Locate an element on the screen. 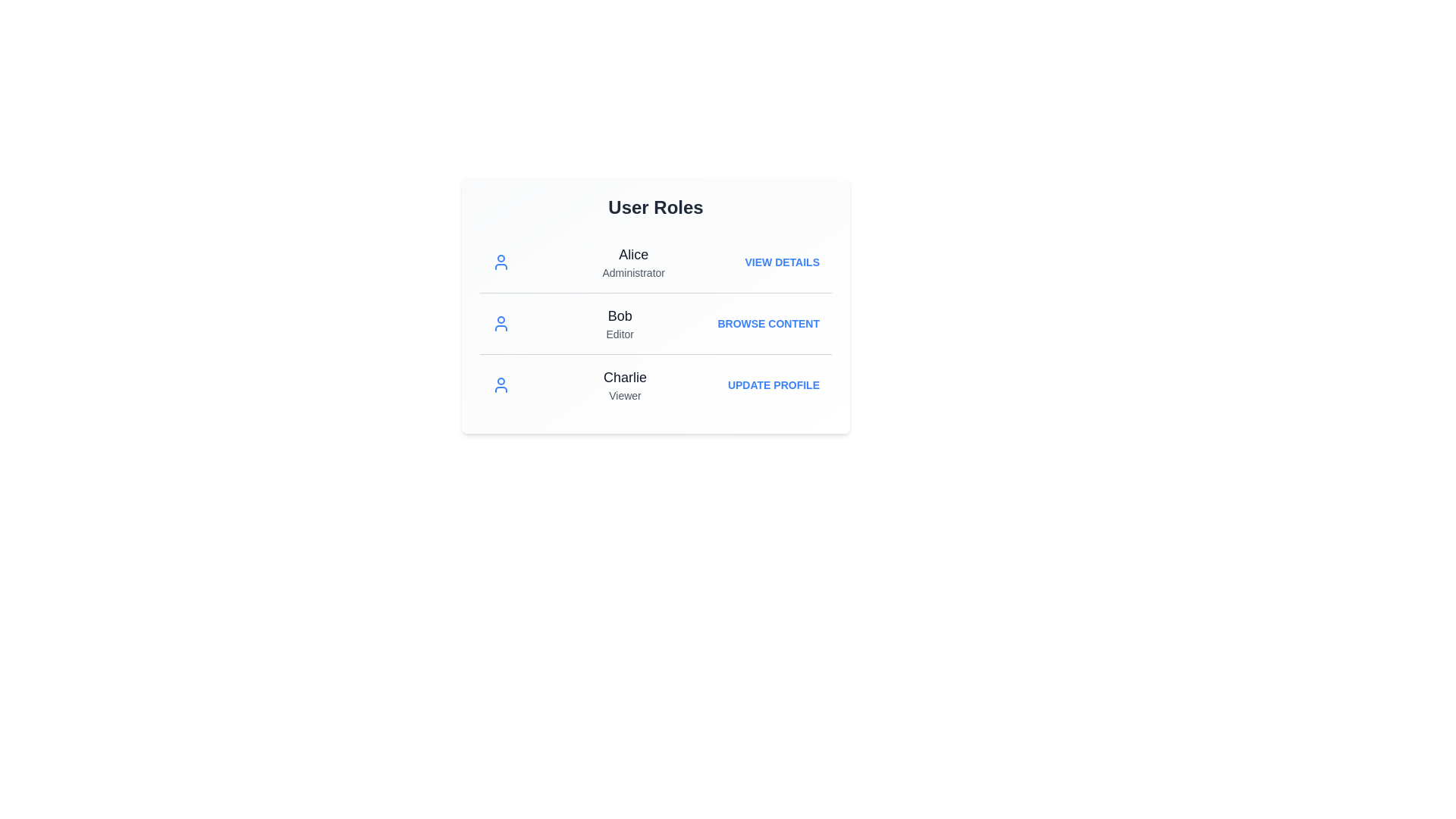 The image size is (1456, 819). the text label displaying 'Editor' in gray font, which is located below the name 'Bob' in the user roles list is located at coordinates (620, 333).